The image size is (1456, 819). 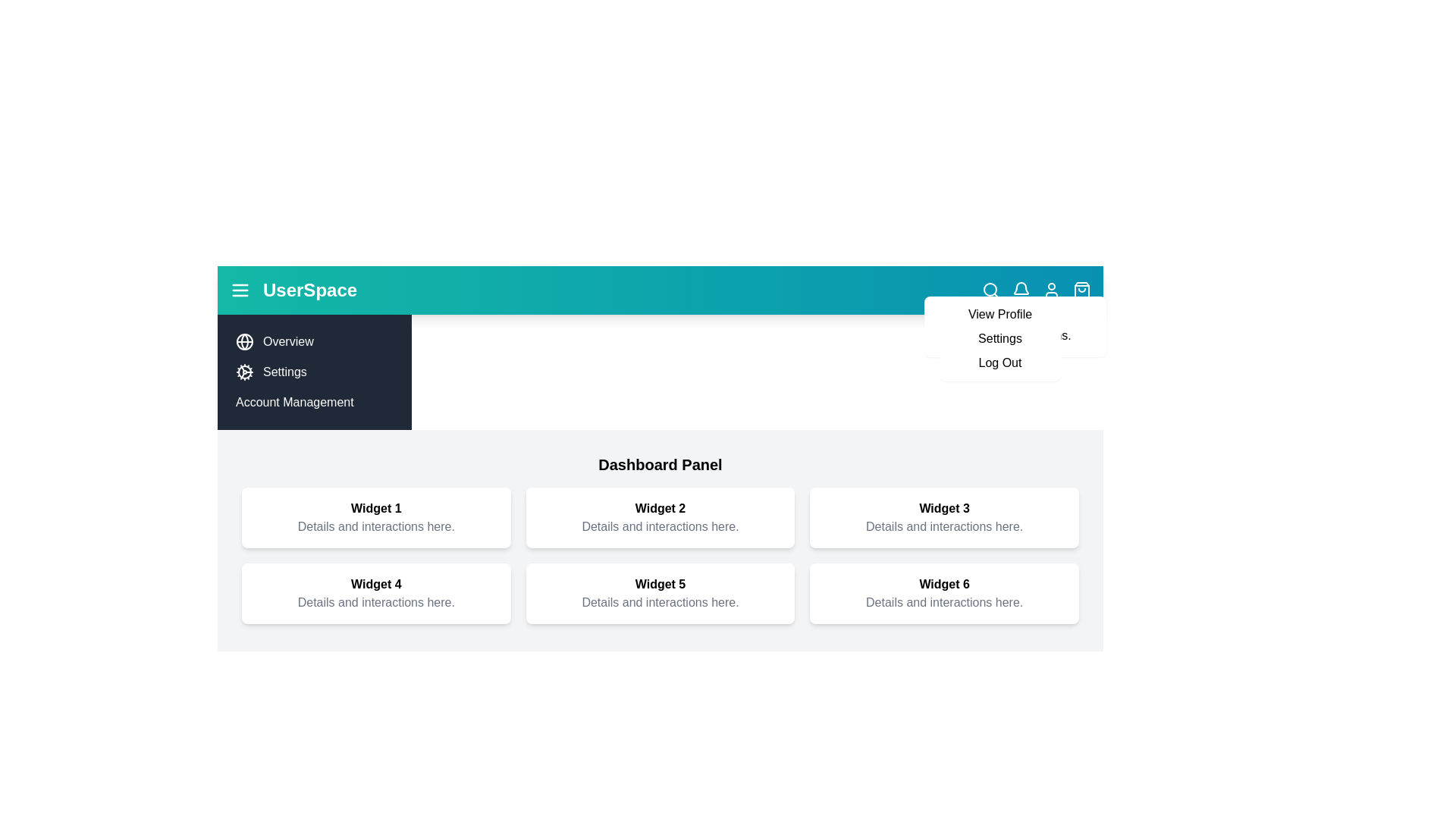 I want to click on label of the text label displaying 'Widget 6' located in the lower-right corner of the dashboard panel, so click(x=943, y=584).